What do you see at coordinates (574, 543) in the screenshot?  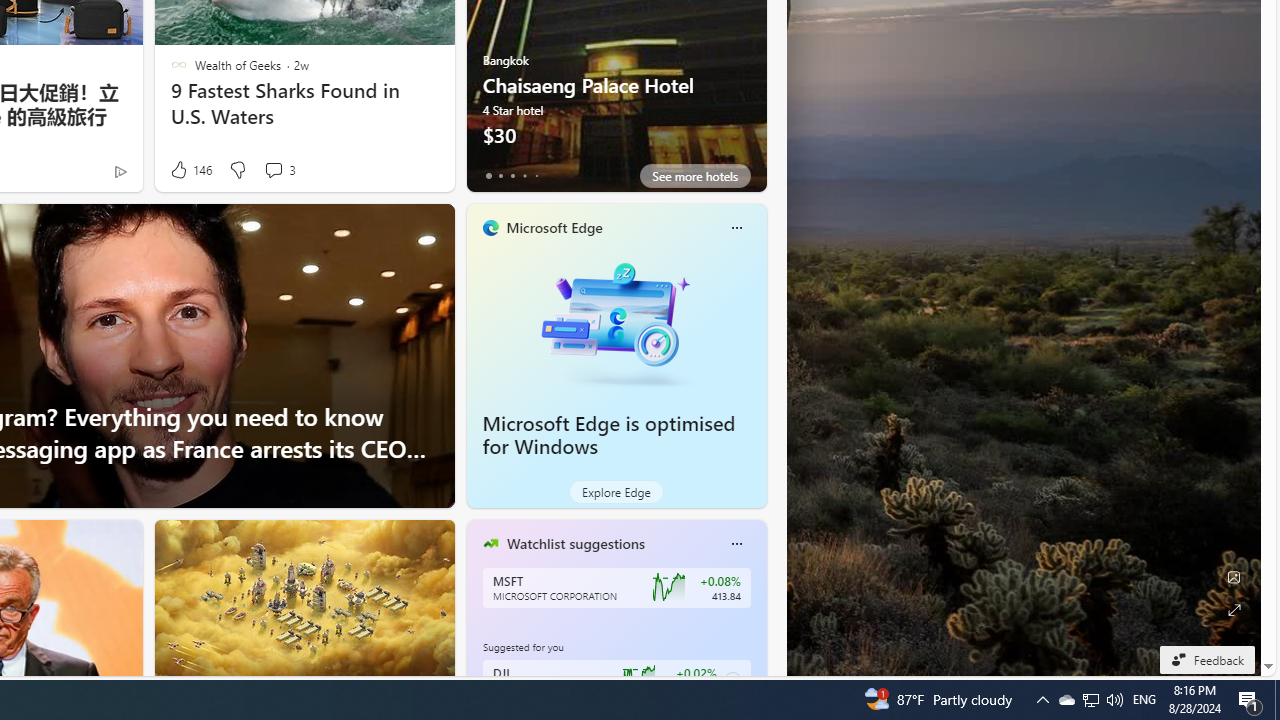 I see `'Watchlist suggestions'` at bounding box center [574, 543].